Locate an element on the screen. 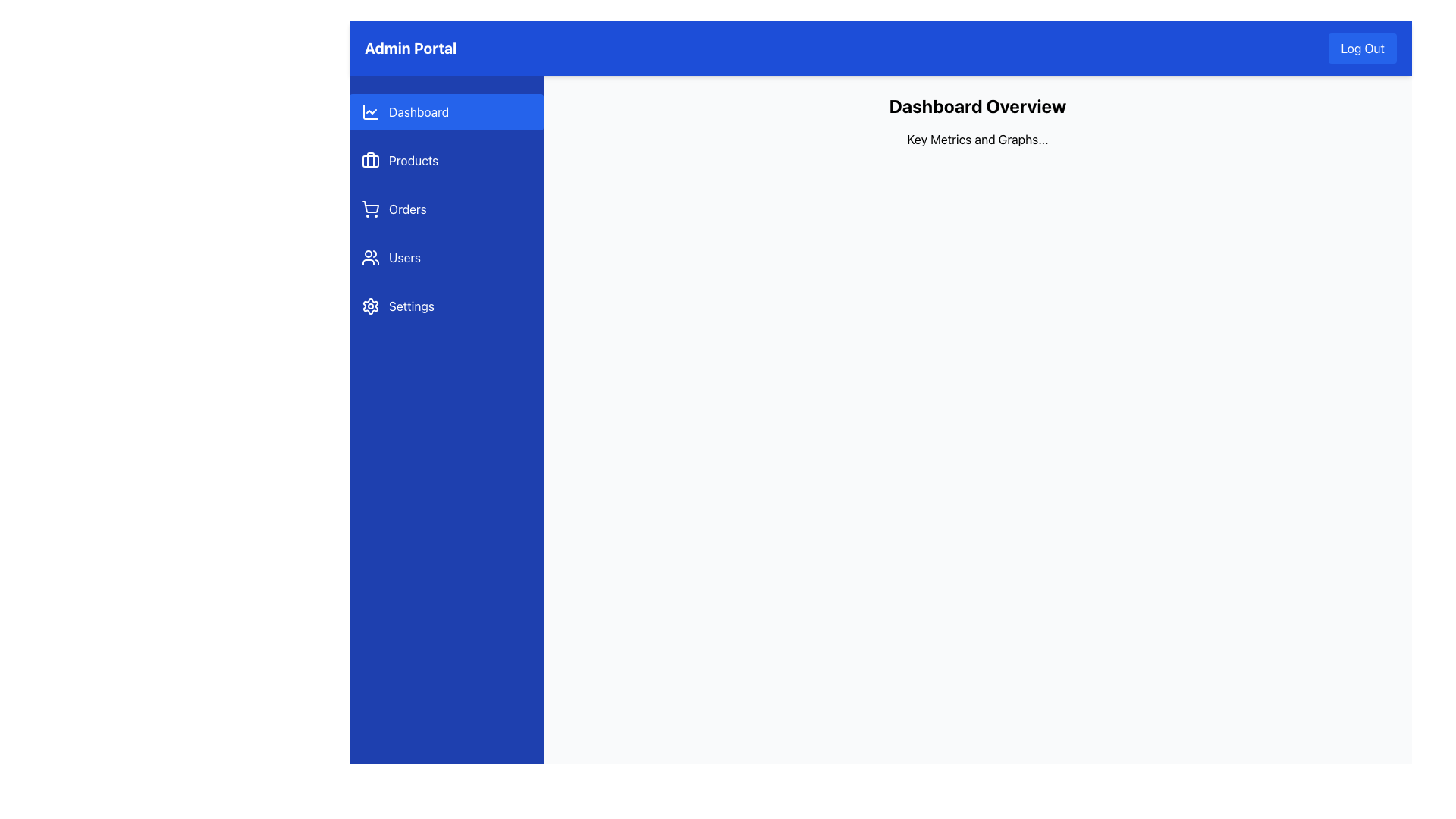 This screenshot has height=819, width=1456. the 'Products' text label which is displayed in white text on a blue background, located next to a briefcase icon in the second menu item of the vertical menu is located at coordinates (413, 161).